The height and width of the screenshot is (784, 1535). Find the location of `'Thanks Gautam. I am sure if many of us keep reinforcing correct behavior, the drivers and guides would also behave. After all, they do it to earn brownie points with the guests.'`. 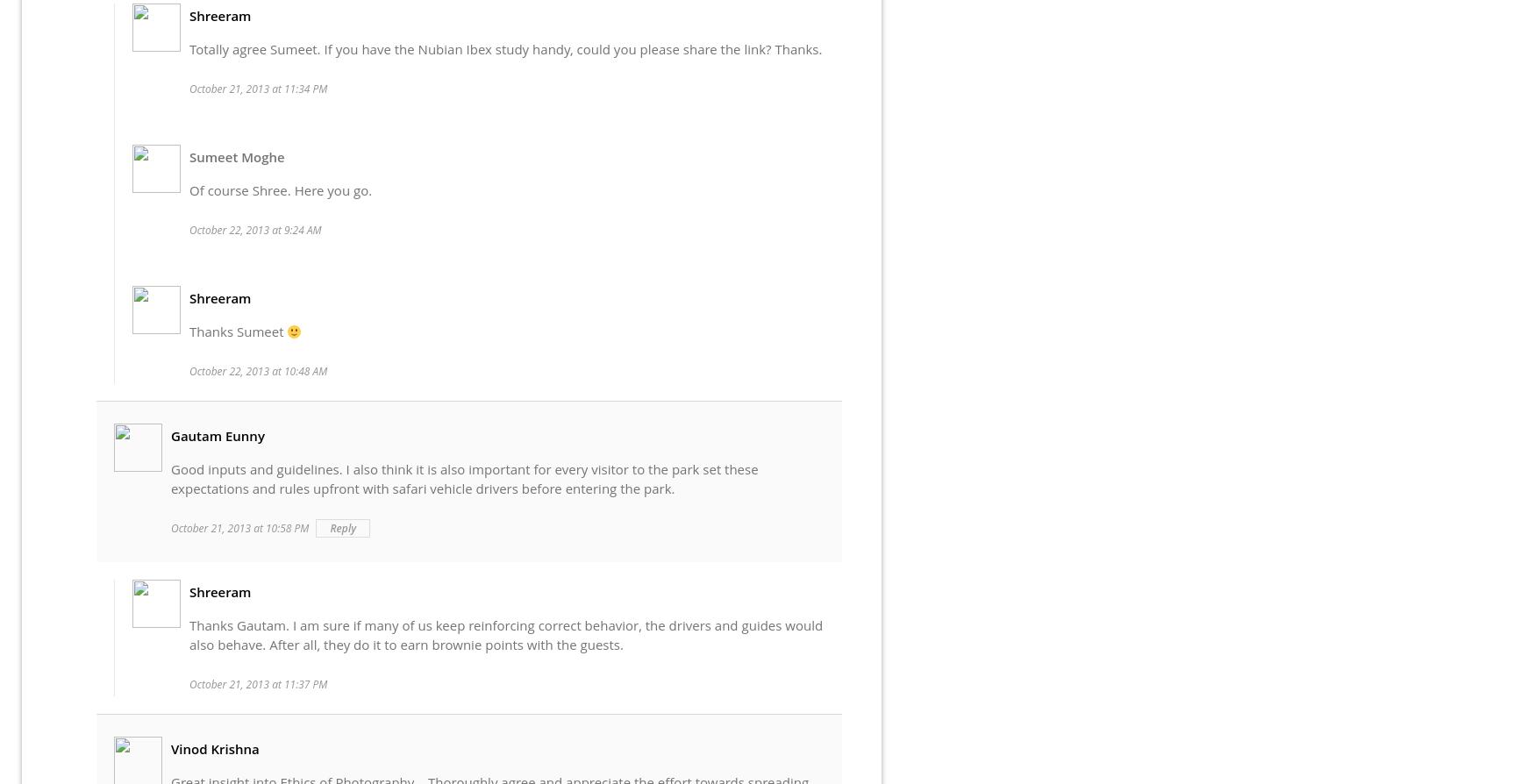

'Thanks Gautam. I am sure if many of us keep reinforcing correct behavior, the drivers and guides would also behave. After all, they do it to earn brownie points with the guests.' is located at coordinates (505, 633).